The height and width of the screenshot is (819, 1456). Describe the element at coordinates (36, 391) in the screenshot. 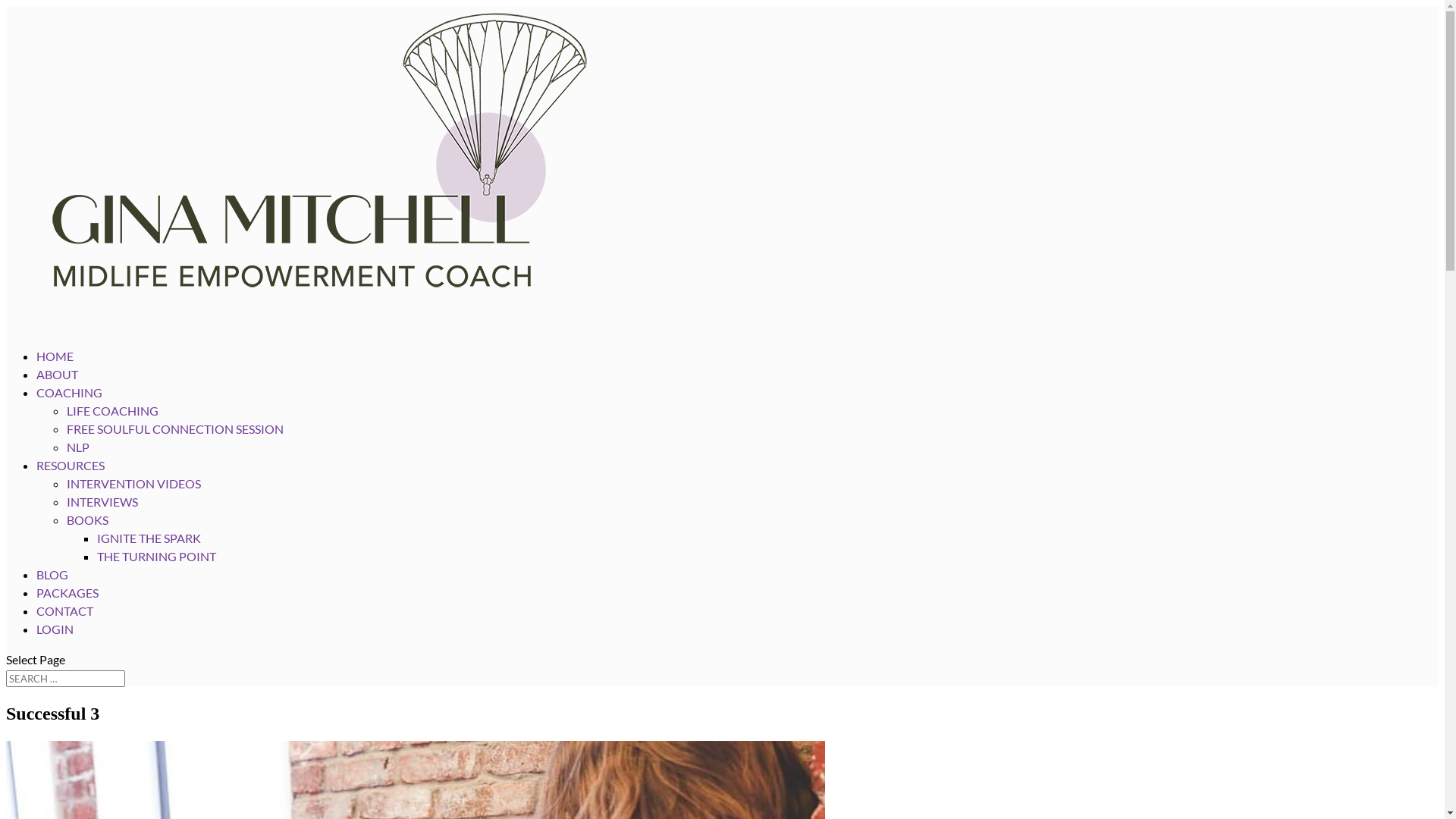

I see `'ABOUT'` at that location.